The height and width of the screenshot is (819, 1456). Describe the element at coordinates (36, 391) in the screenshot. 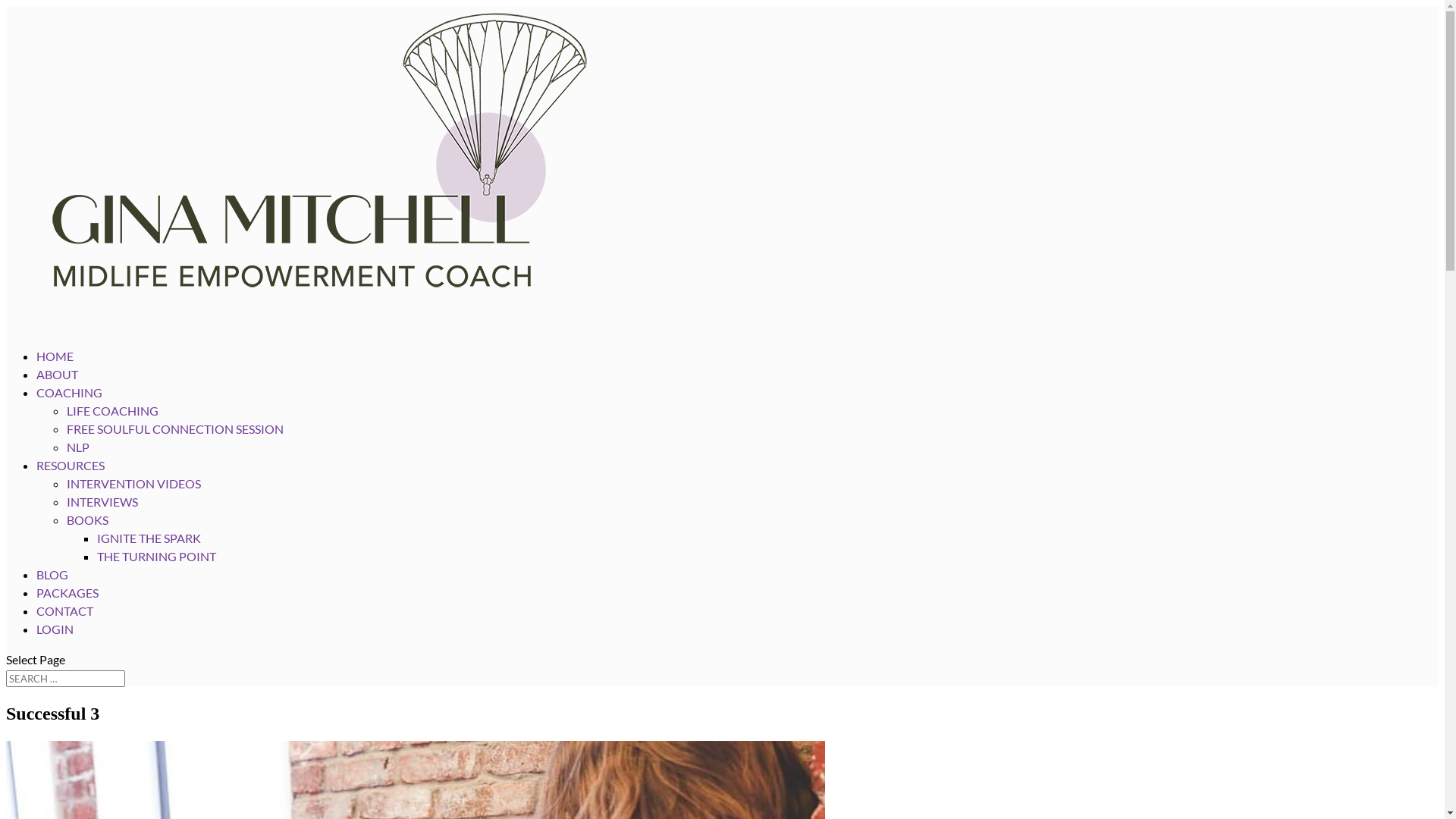

I see `'ABOUT'` at that location.